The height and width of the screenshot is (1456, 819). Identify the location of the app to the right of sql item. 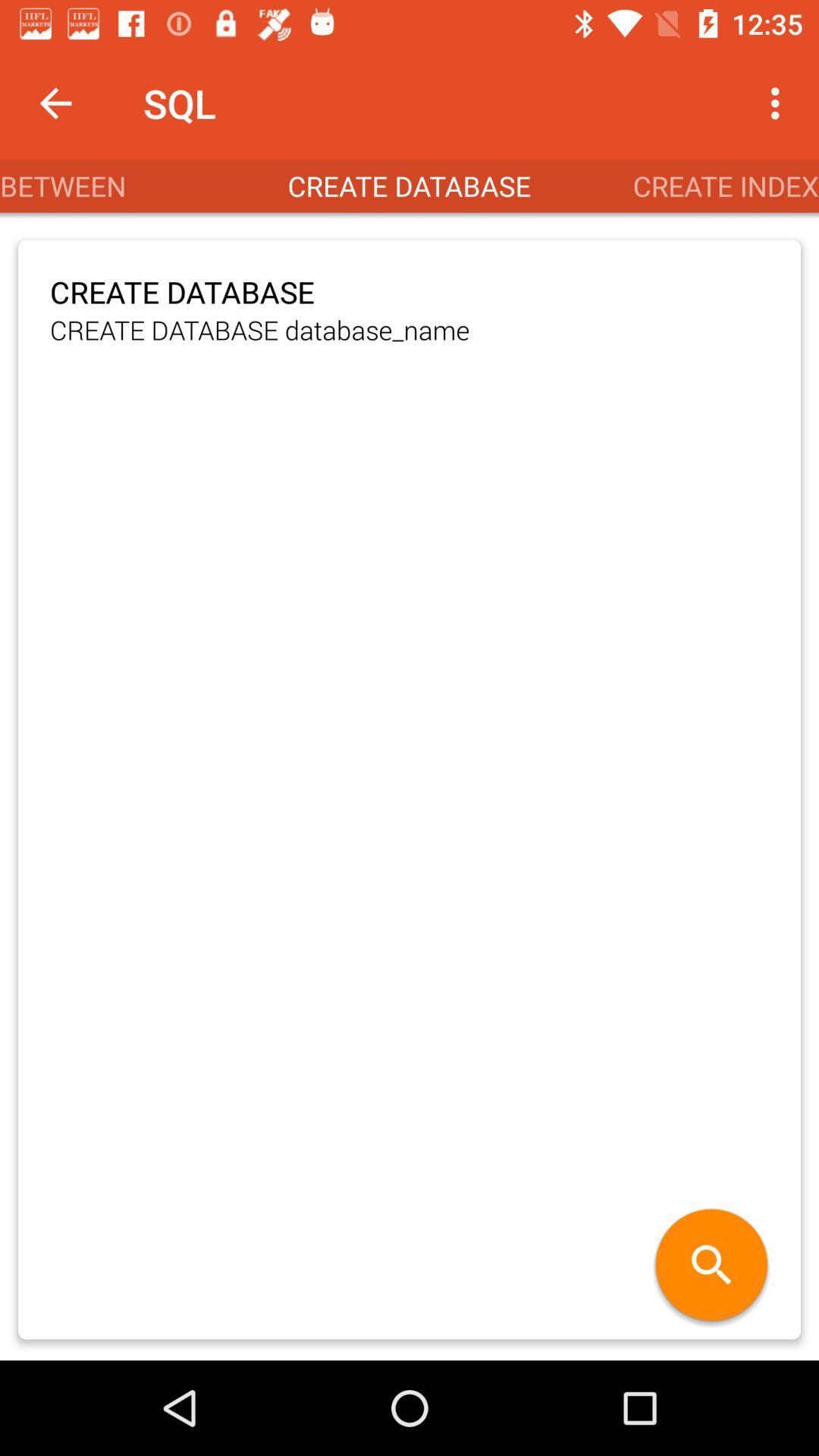
(779, 102).